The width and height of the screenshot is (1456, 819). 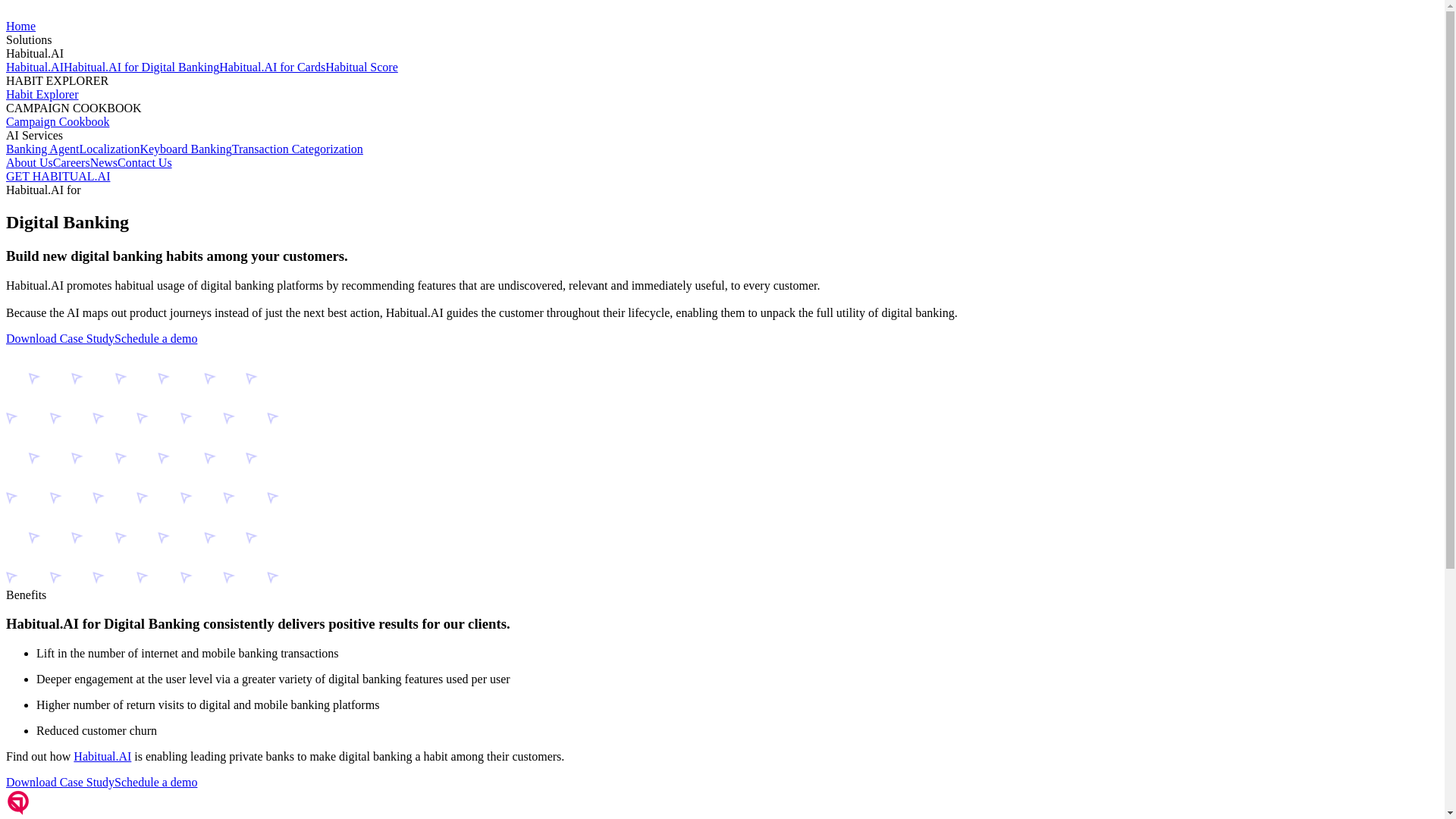 I want to click on 'GET HABITUAL.AI', so click(x=58, y=175).